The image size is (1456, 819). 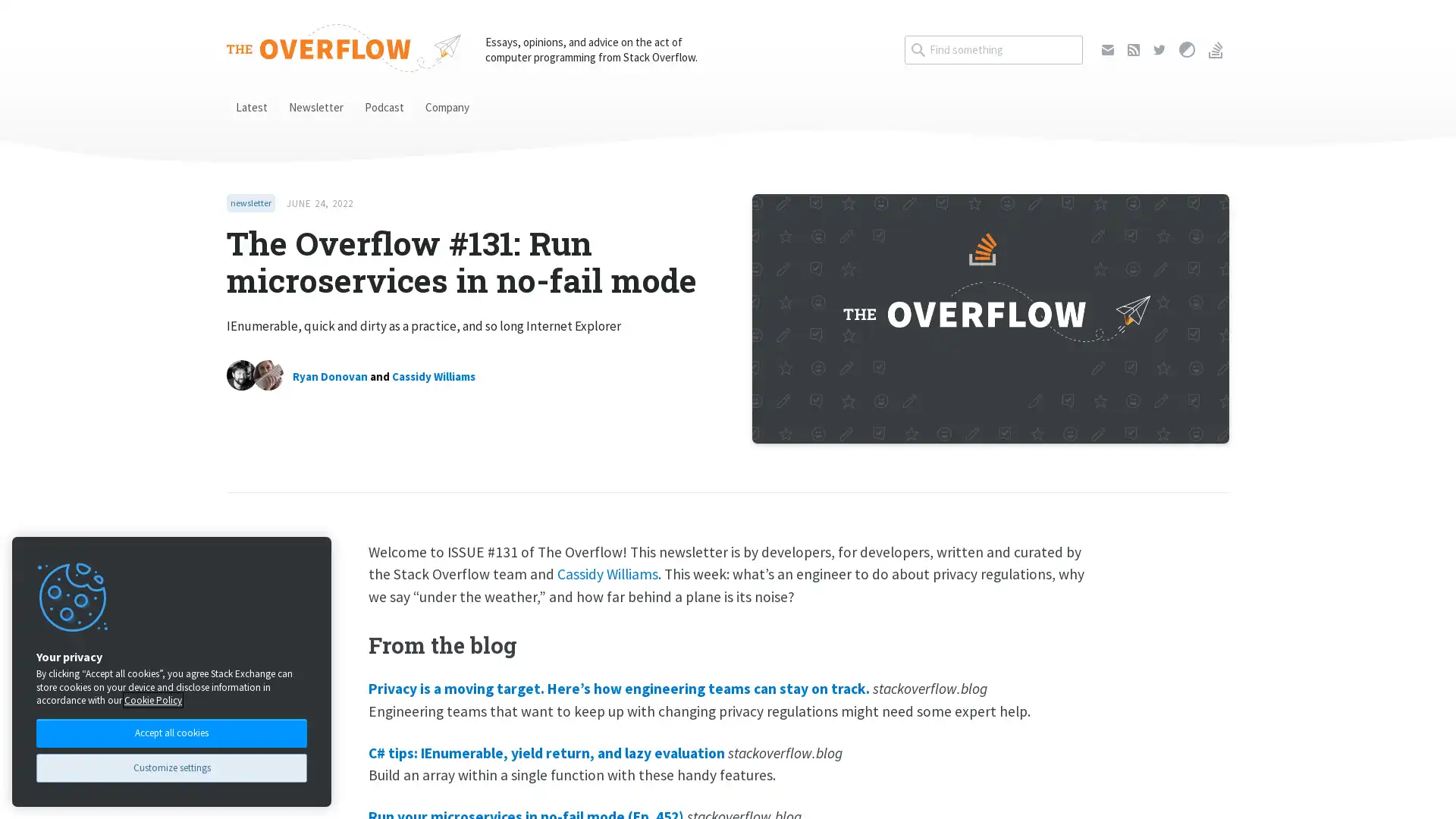 What do you see at coordinates (171, 731) in the screenshot?
I see `Accept all cookies` at bounding box center [171, 731].